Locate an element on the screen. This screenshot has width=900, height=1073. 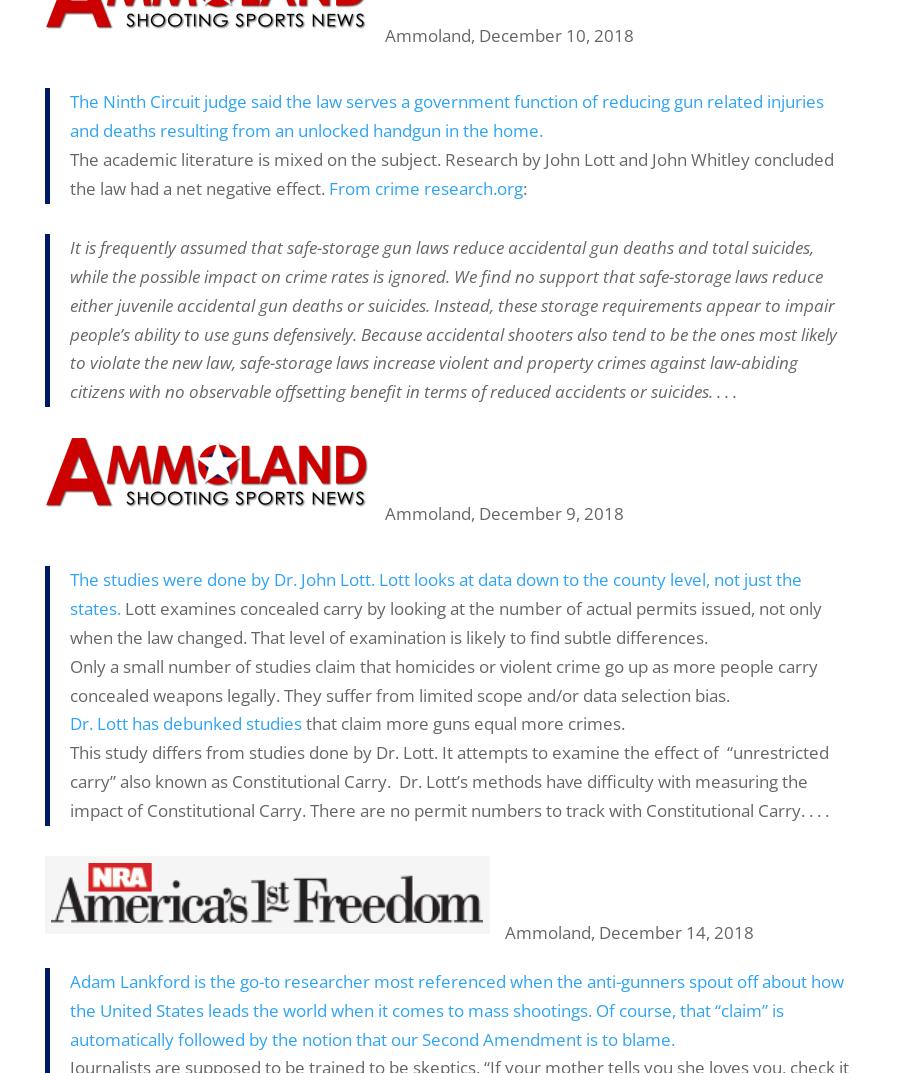
'The studies were done by Dr. John Lott. Lott looks at data down to the county level, not just the states.' is located at coordinates (435, 593).